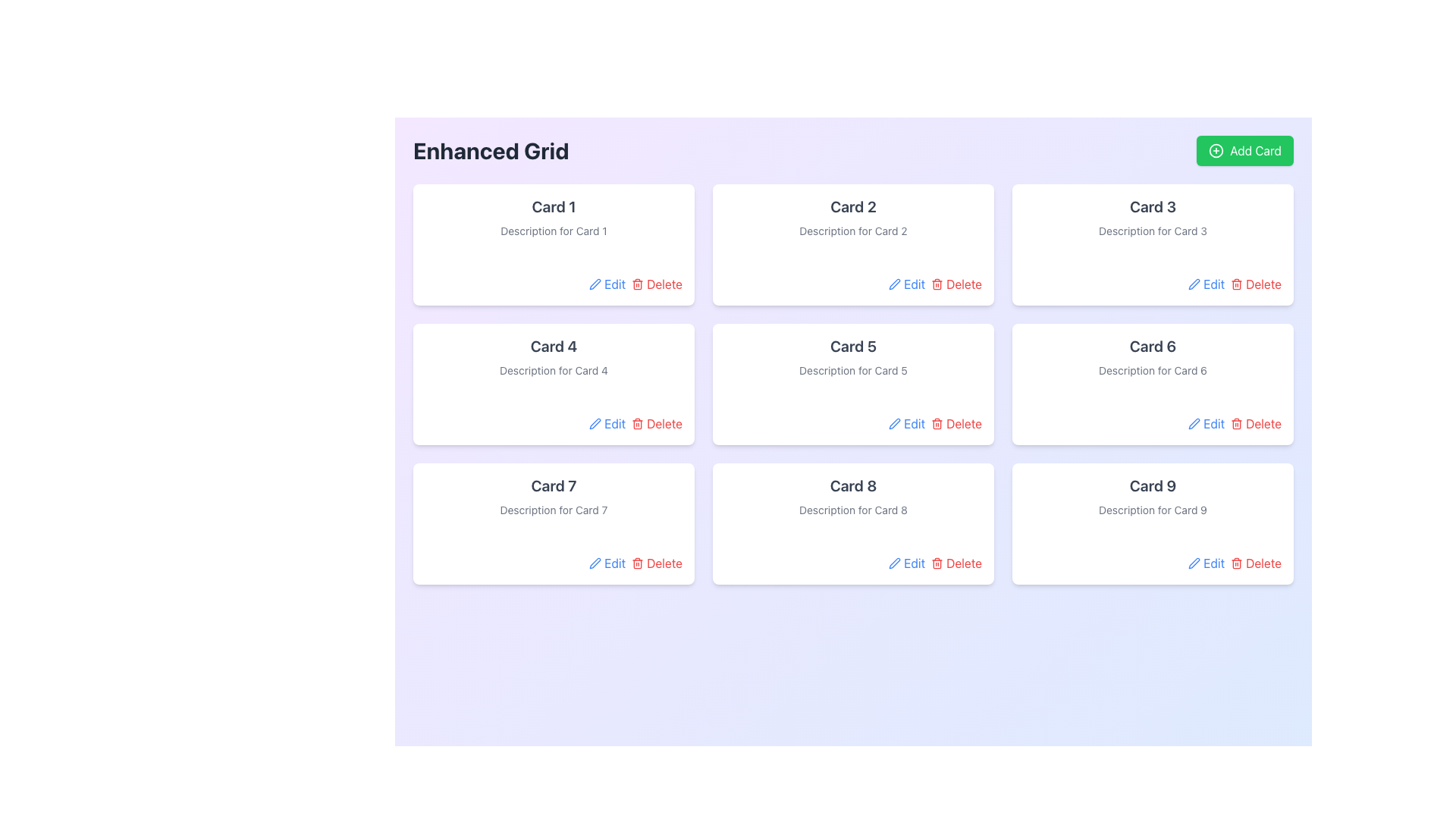 Image resolution: width=1456 pixels, height=819 pixels. I want to click on the SVG Icon that signifies an addition action, located on the top-right corner of the page within the green 'Add Card' button, so click(1216, 151).